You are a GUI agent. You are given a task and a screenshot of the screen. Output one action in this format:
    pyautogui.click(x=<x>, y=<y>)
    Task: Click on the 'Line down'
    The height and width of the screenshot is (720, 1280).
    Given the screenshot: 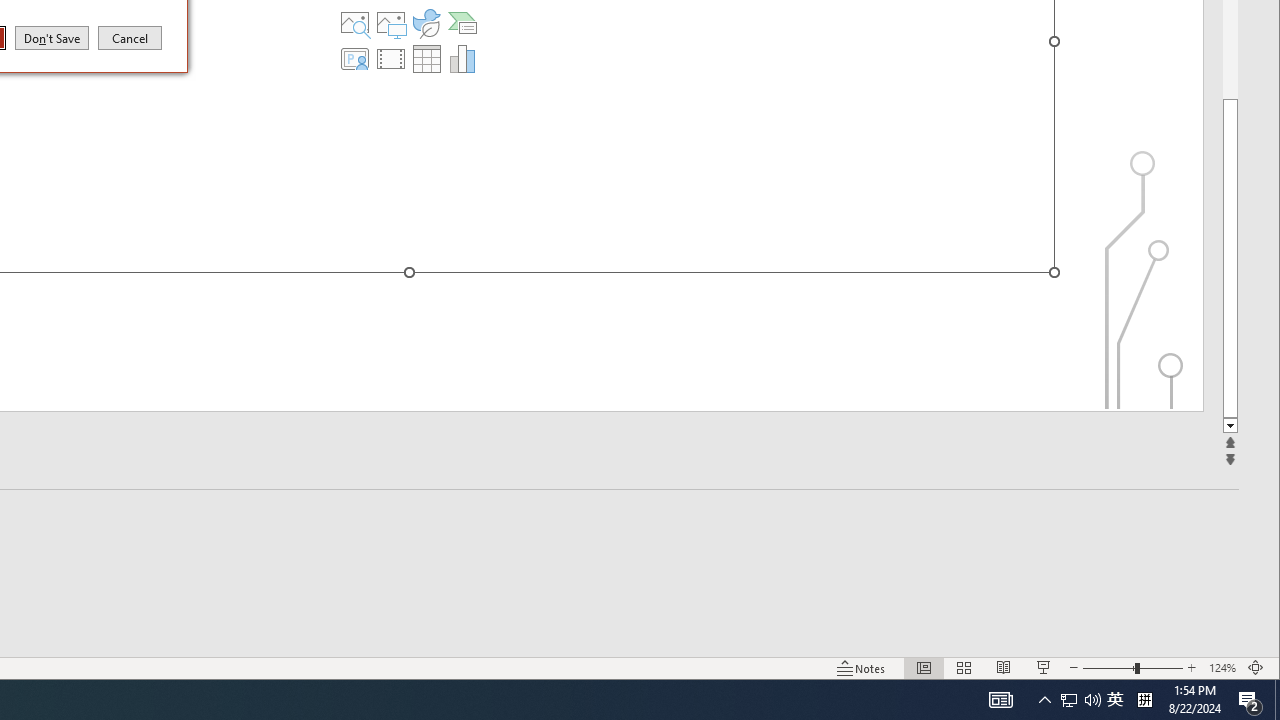 What is the action you would take?
    pyautogui.click(x=1229, y=425)
    